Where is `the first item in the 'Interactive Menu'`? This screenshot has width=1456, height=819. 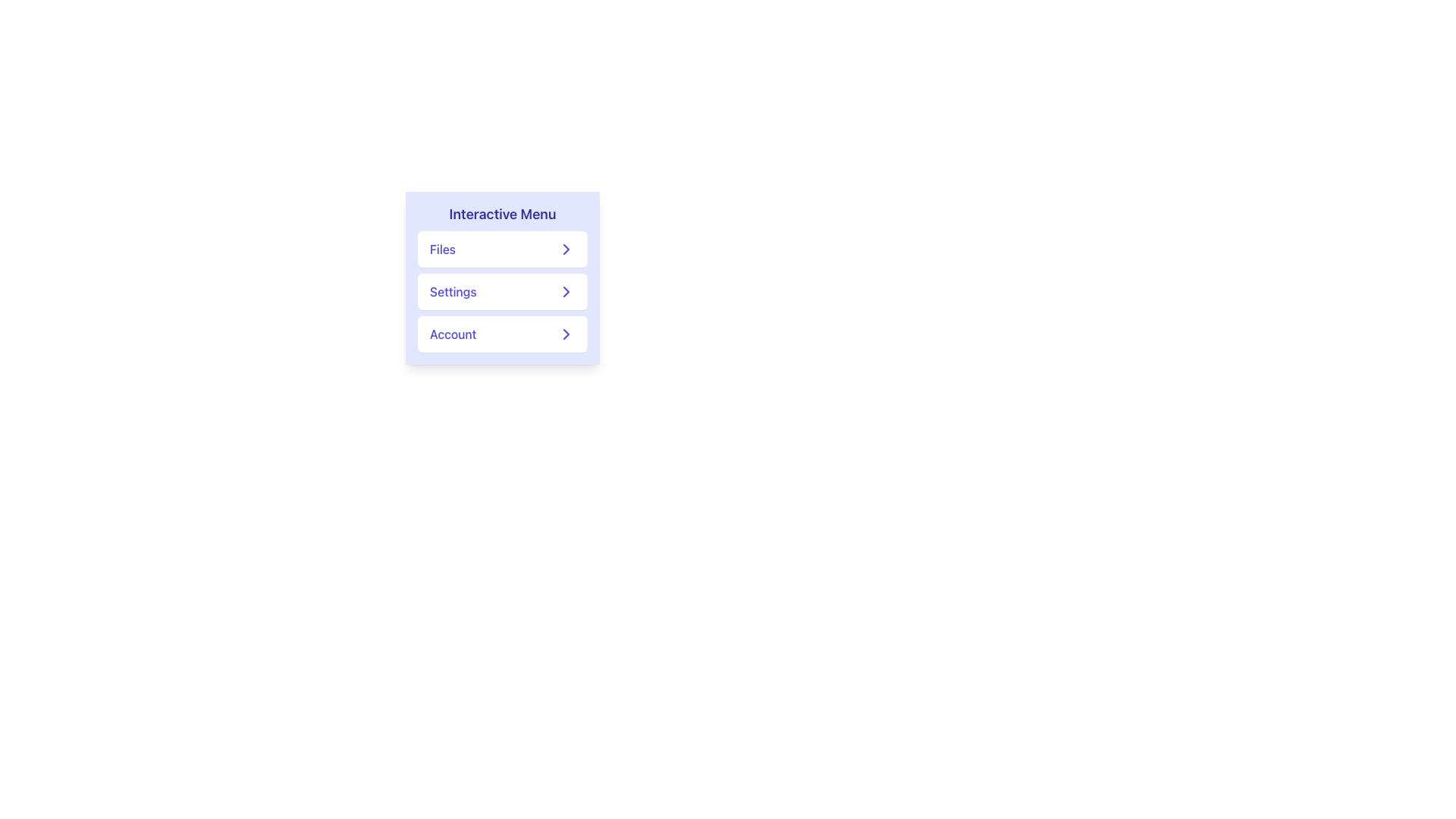
the first item in the 'Interactive Menu' is located at coordinates (502, 248).